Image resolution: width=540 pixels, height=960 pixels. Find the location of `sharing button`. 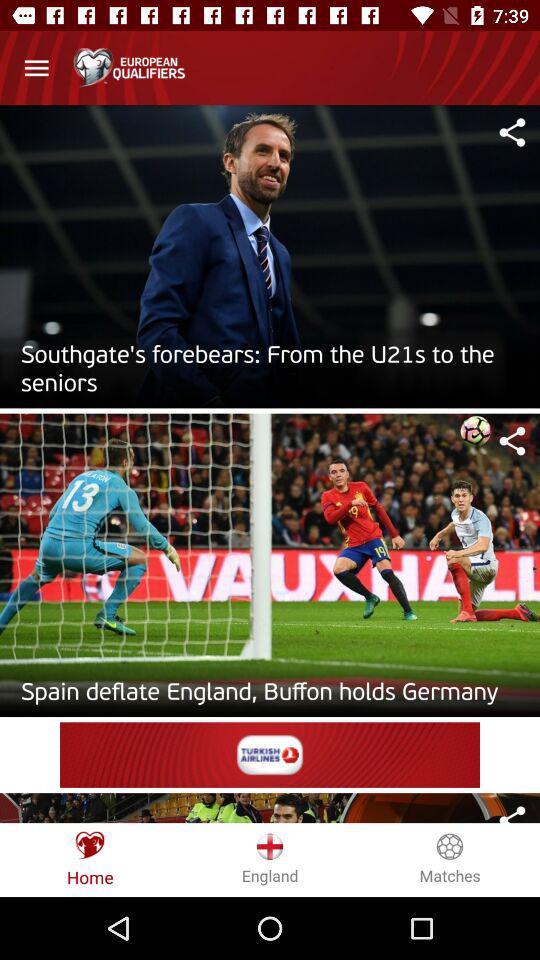

sharing button is located at coordinates (512, 813).